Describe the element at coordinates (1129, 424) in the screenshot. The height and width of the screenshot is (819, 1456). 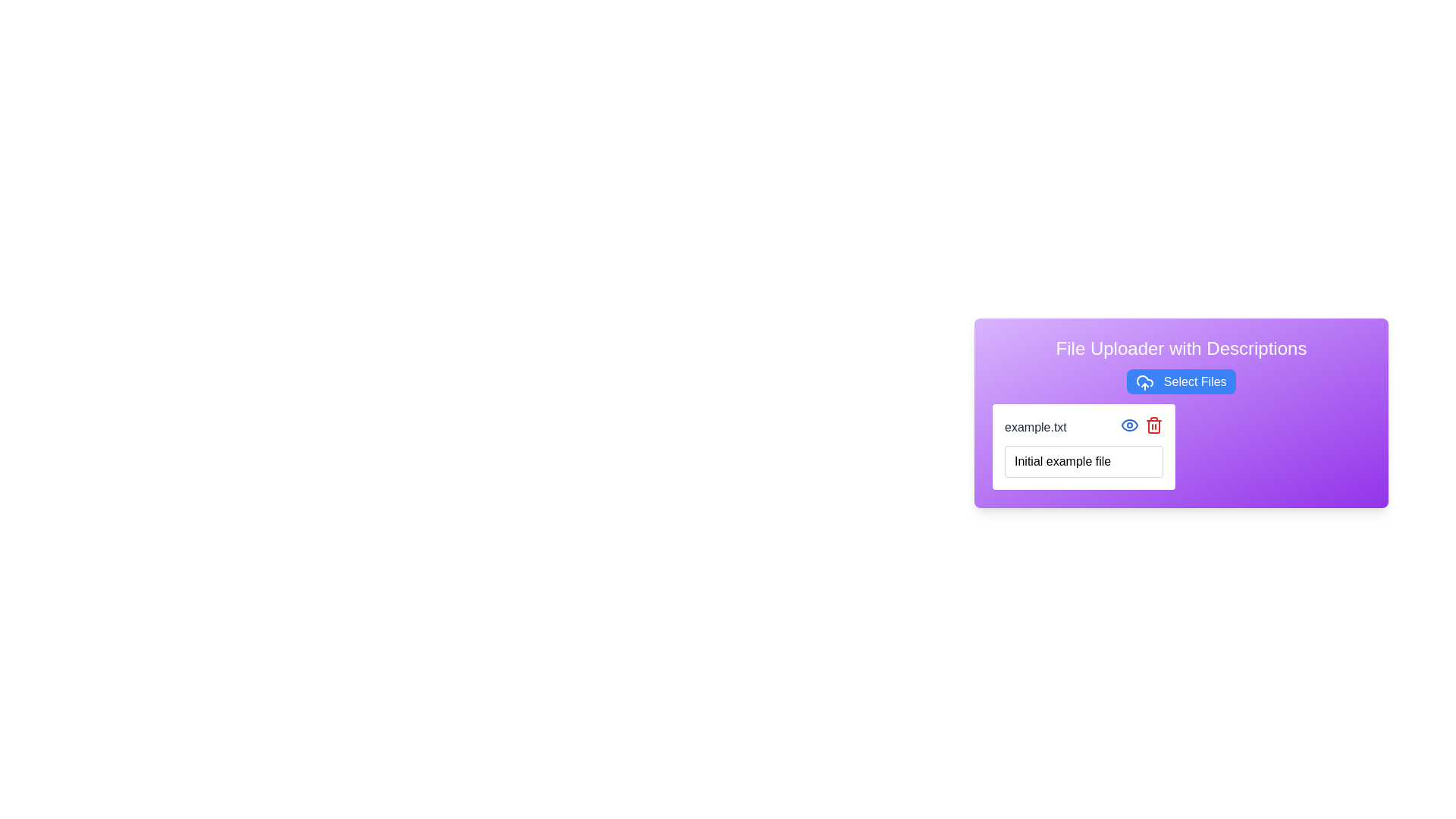
I see `the file preview button located to the left of the trash bin icon in the file card interface` at that location.